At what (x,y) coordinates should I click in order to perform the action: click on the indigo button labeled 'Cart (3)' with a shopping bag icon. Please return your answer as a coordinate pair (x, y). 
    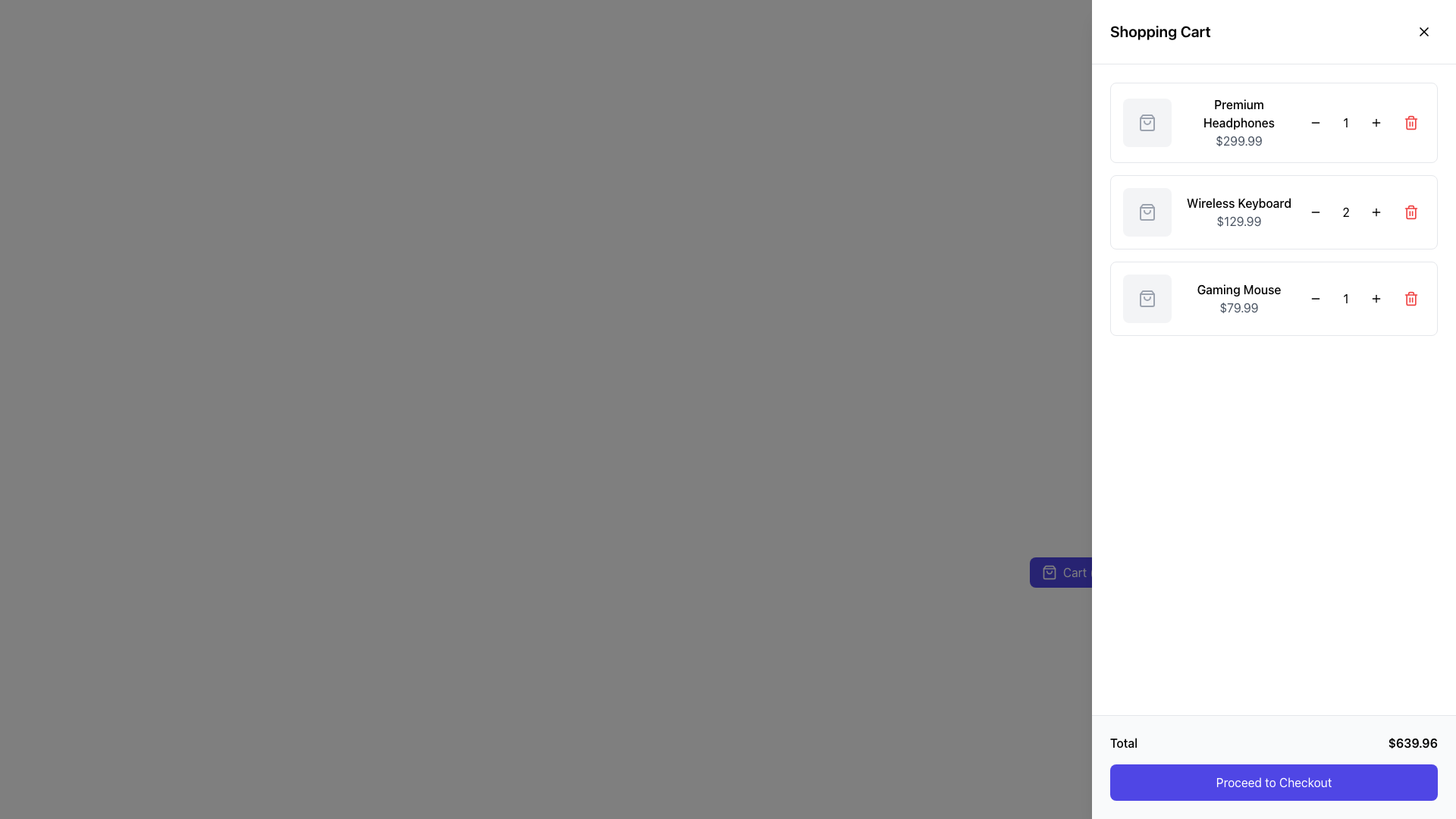
    Looking at the image, I should click on (1073, 573).